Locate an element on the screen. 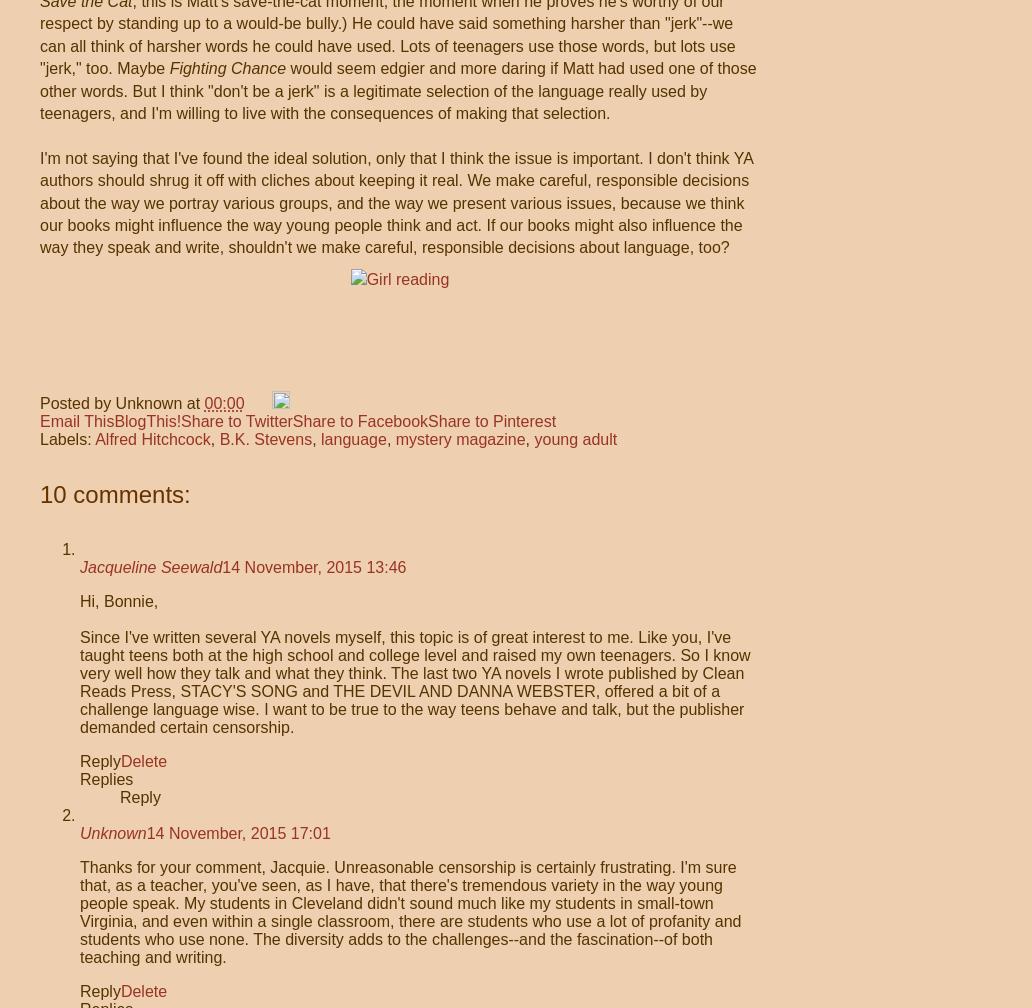  'Labels:' is located at coordinates (67, 439).